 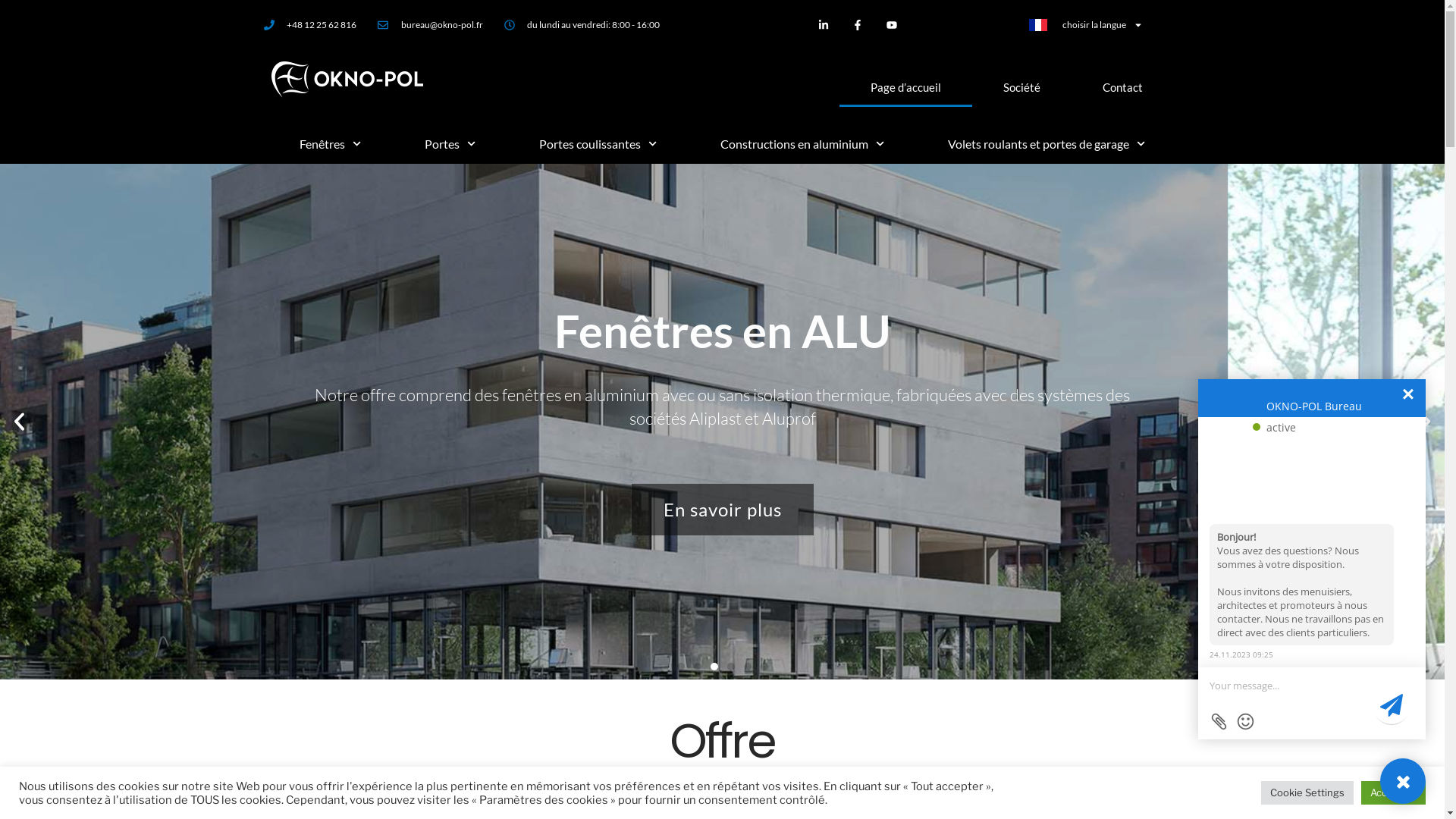 I want to click on 'Cookie Settings', so click(x=1306, y=792).